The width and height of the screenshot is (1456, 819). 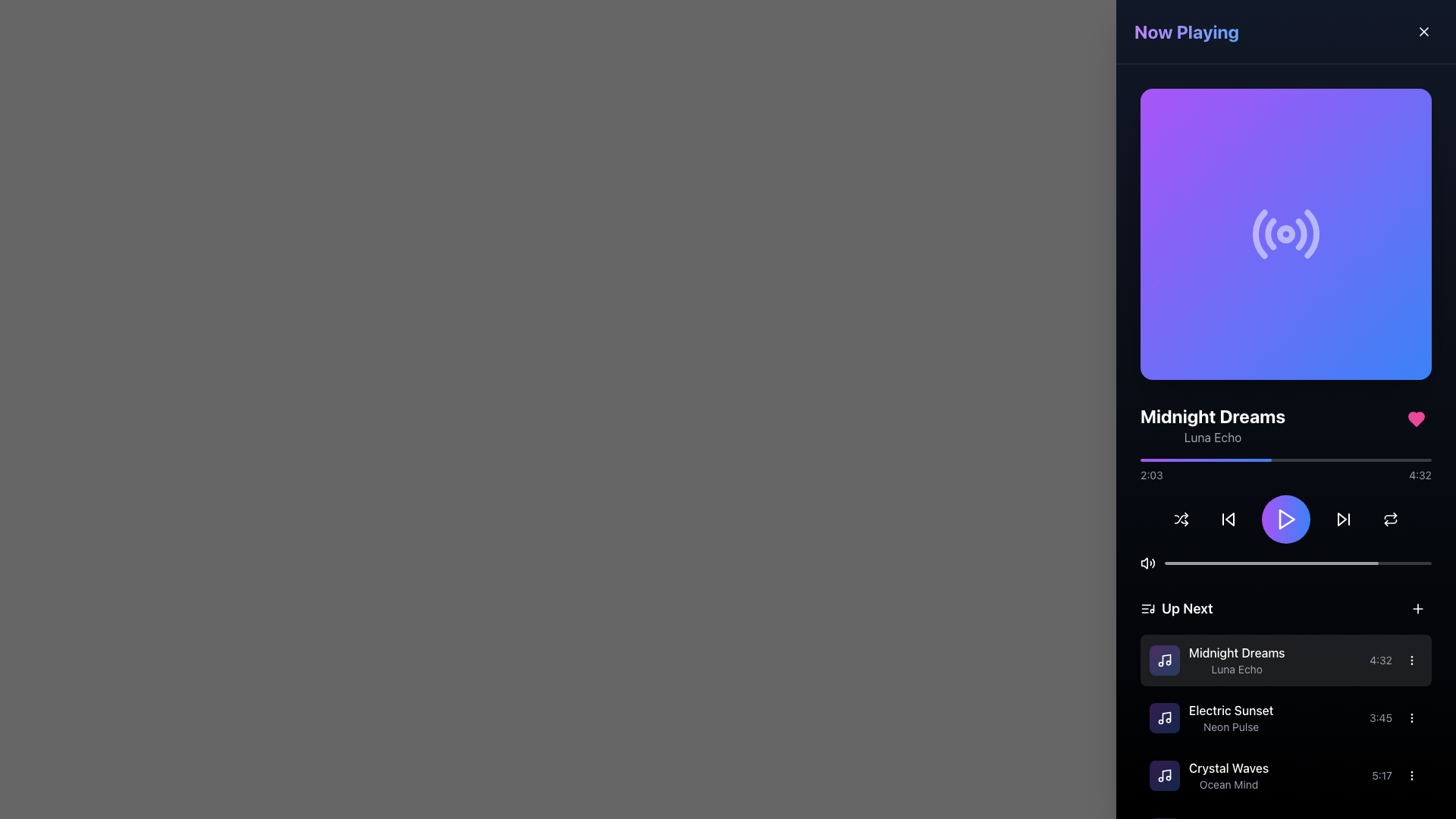 I want to click on the text element displaying 'Ocean Mind', which is styled in a smaller, lighter gray font and located beneath 'Crystal Waves' in the 'Up Next' list section, so click(x=1228, y=784).